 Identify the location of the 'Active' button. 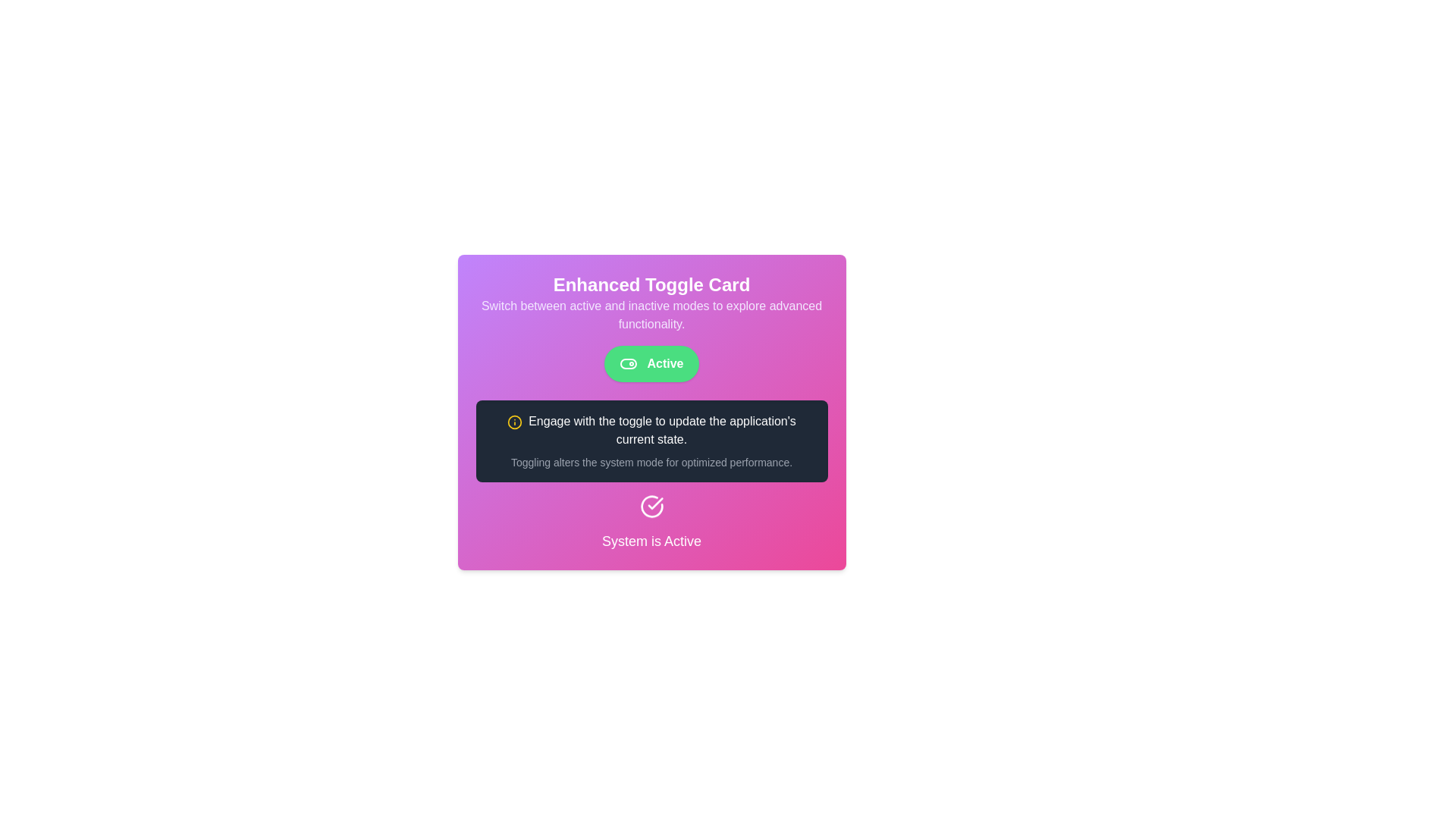
(651, 363).